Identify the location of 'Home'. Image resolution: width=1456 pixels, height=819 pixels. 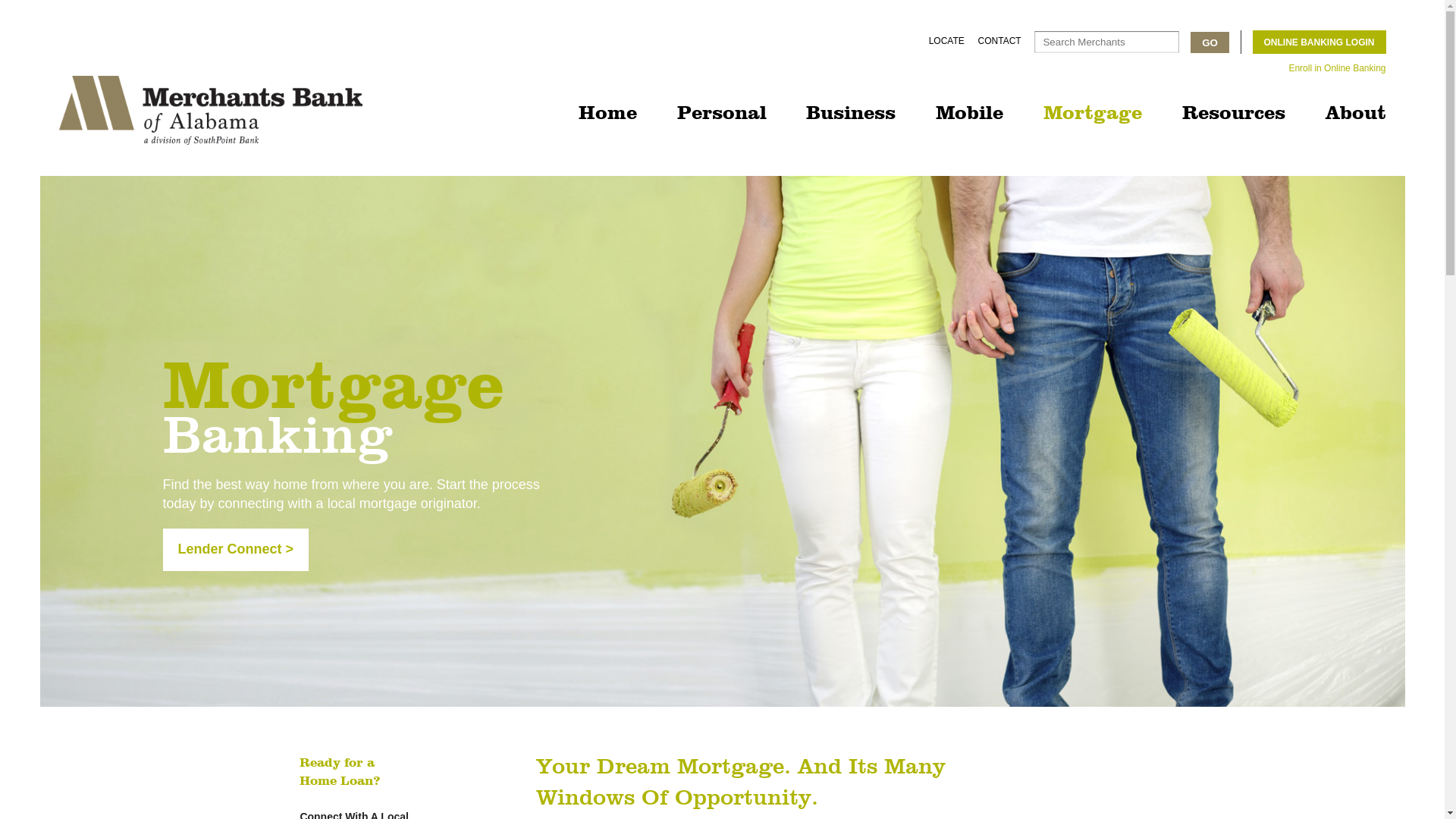
(607, 113).